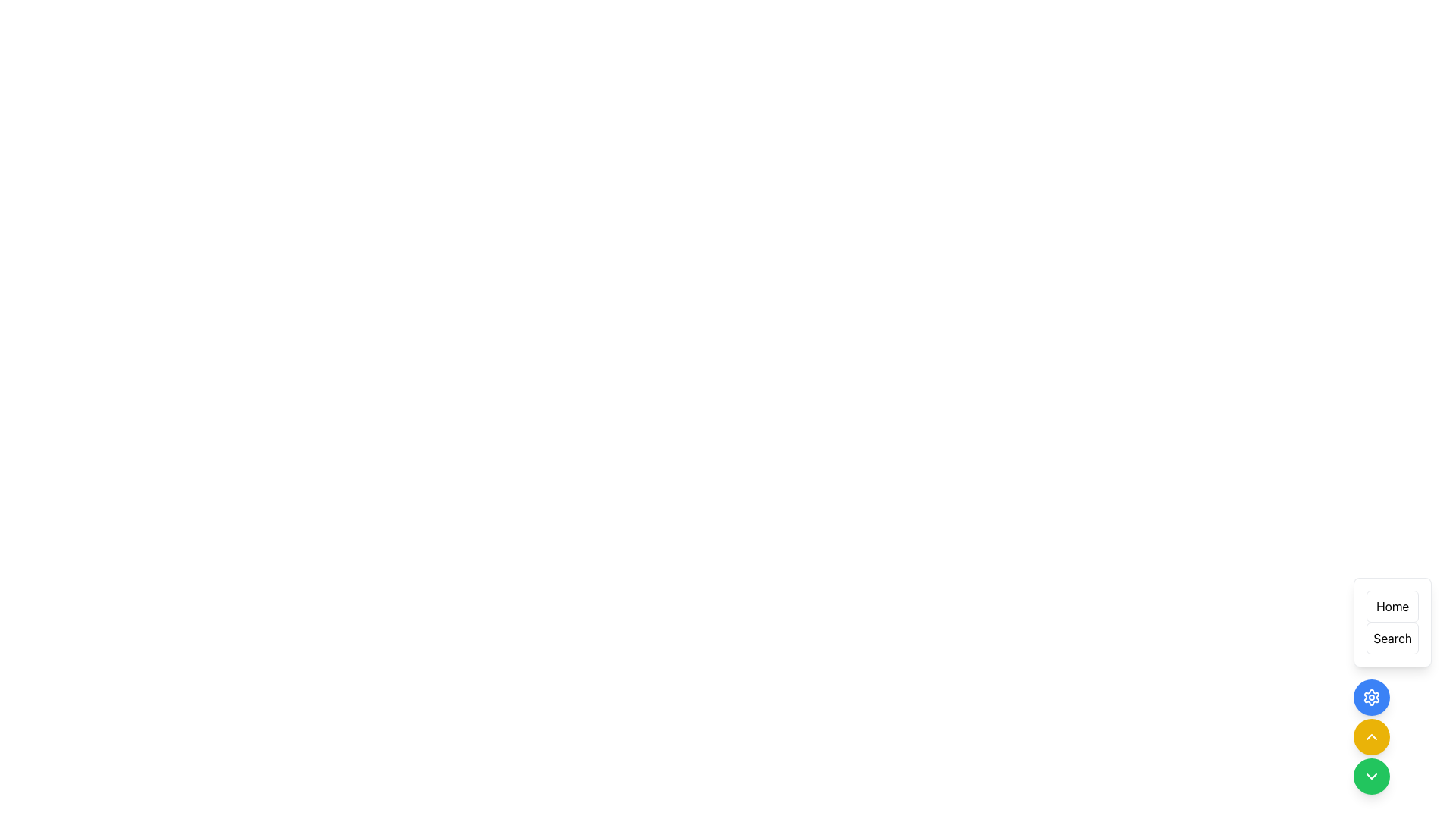 The width and height of the screenshot is (1456, 819). I want to click on the circular yellow button with a white chevron pointing upwards, which is the second button from the bottom in the stack of buttons, so click(1372, 736).